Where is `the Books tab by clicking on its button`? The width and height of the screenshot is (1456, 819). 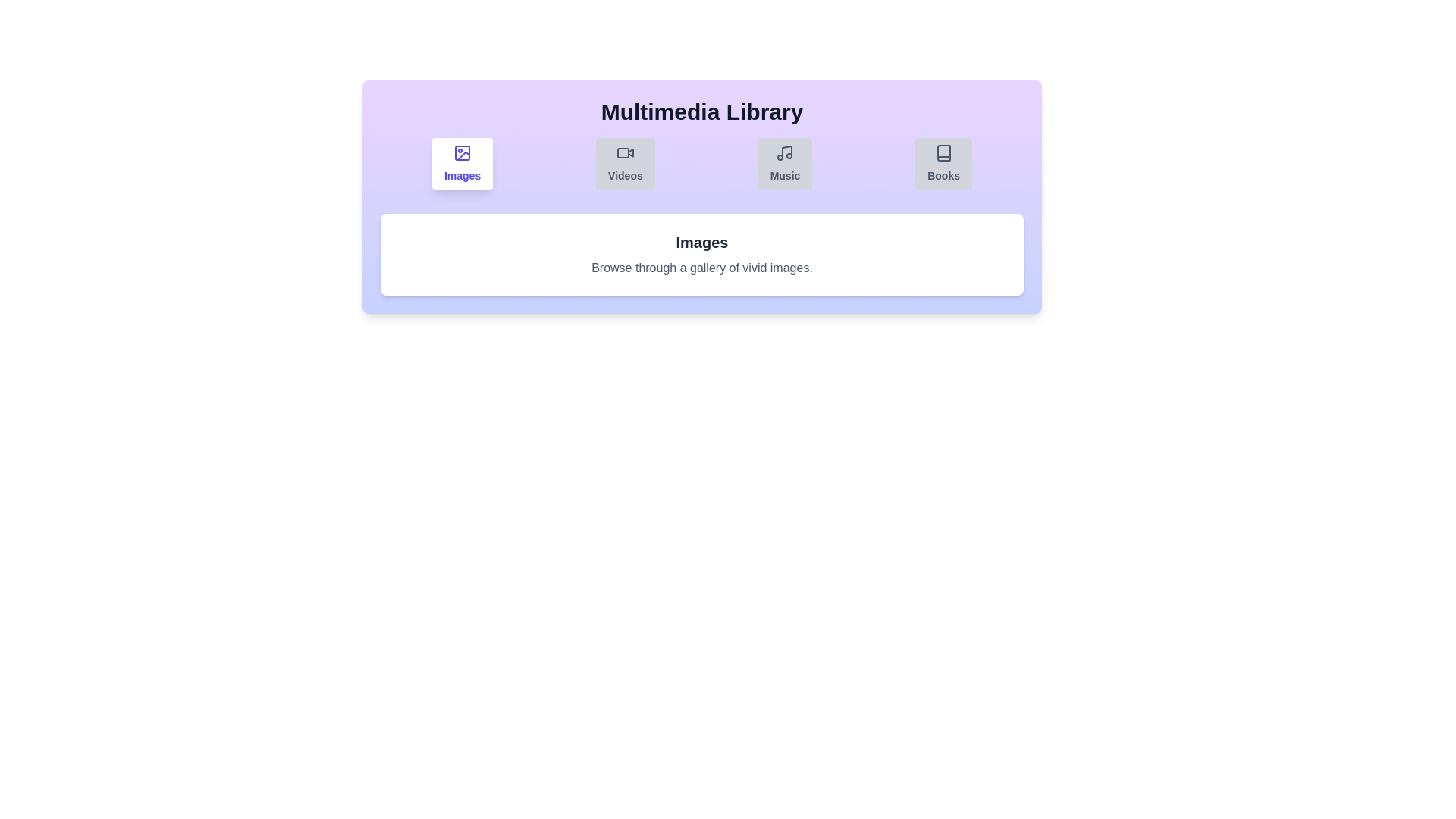
the Books tab by clicking on its button is located at coordinates (943, 164).